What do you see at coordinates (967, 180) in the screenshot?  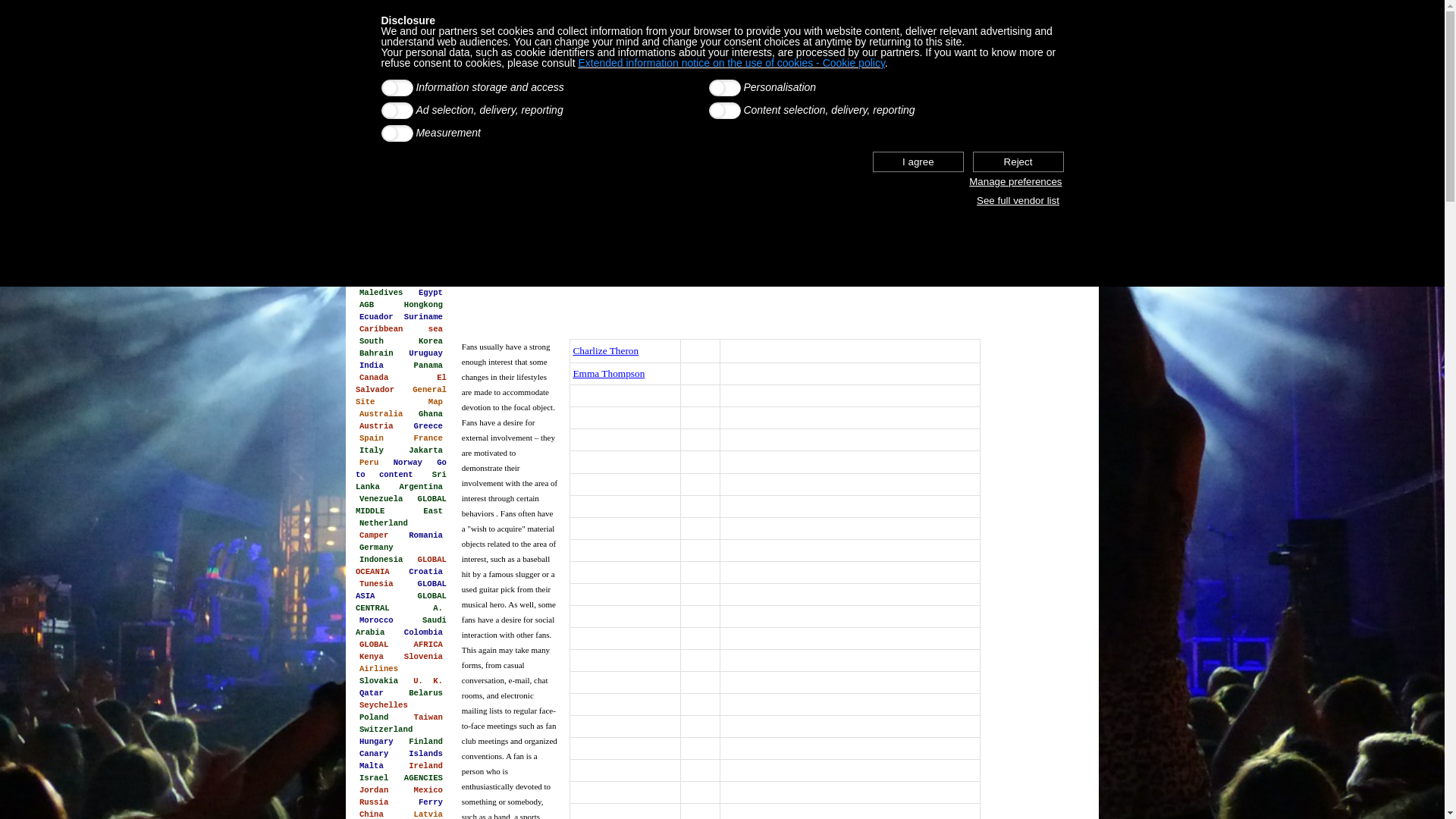 I see `'Manage preferences'` at bounding box center [967, 180].